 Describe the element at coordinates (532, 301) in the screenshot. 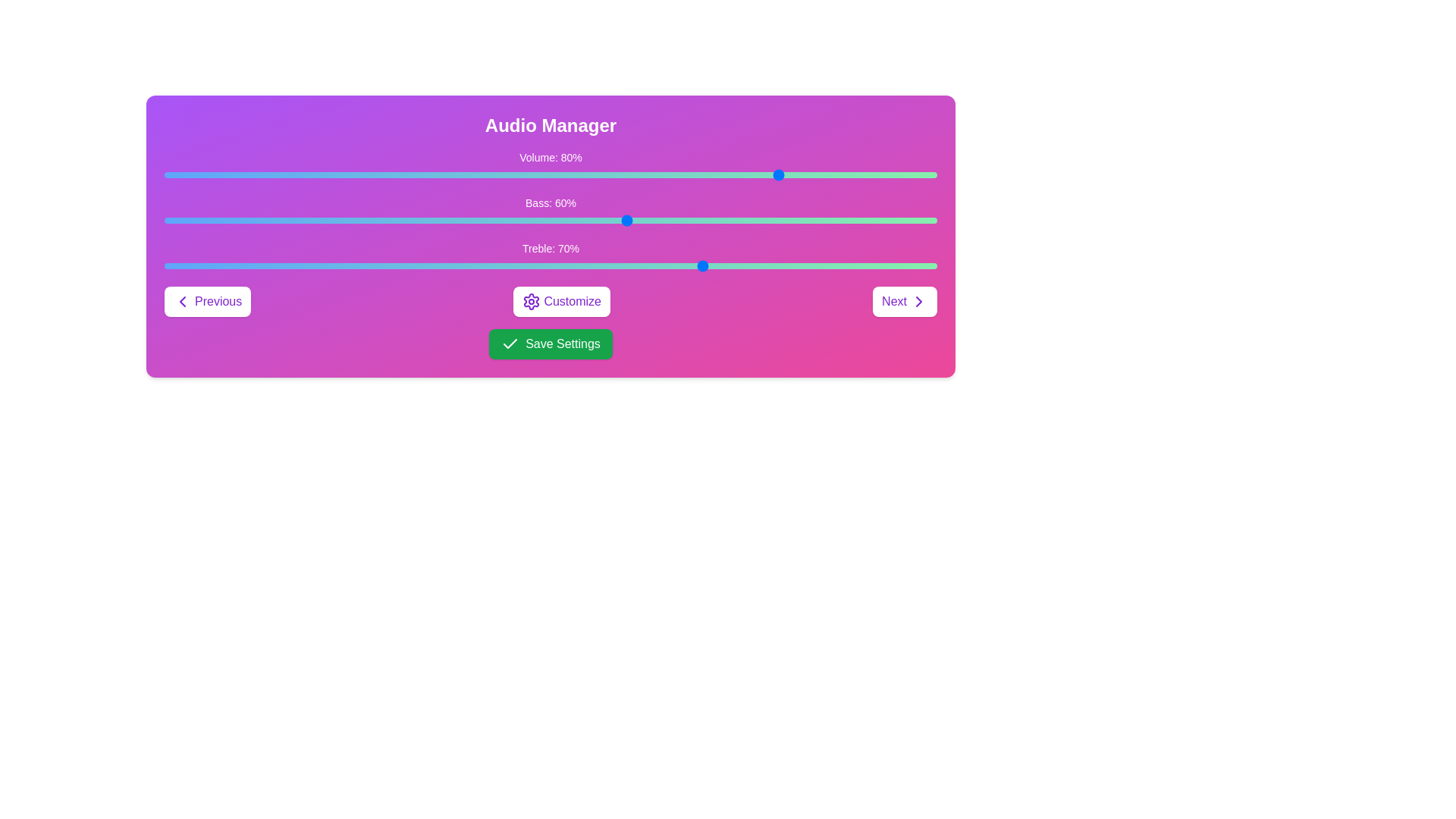

I see `the gear-shaped icon in purple located at the center of the 'Customize' button` at that location.